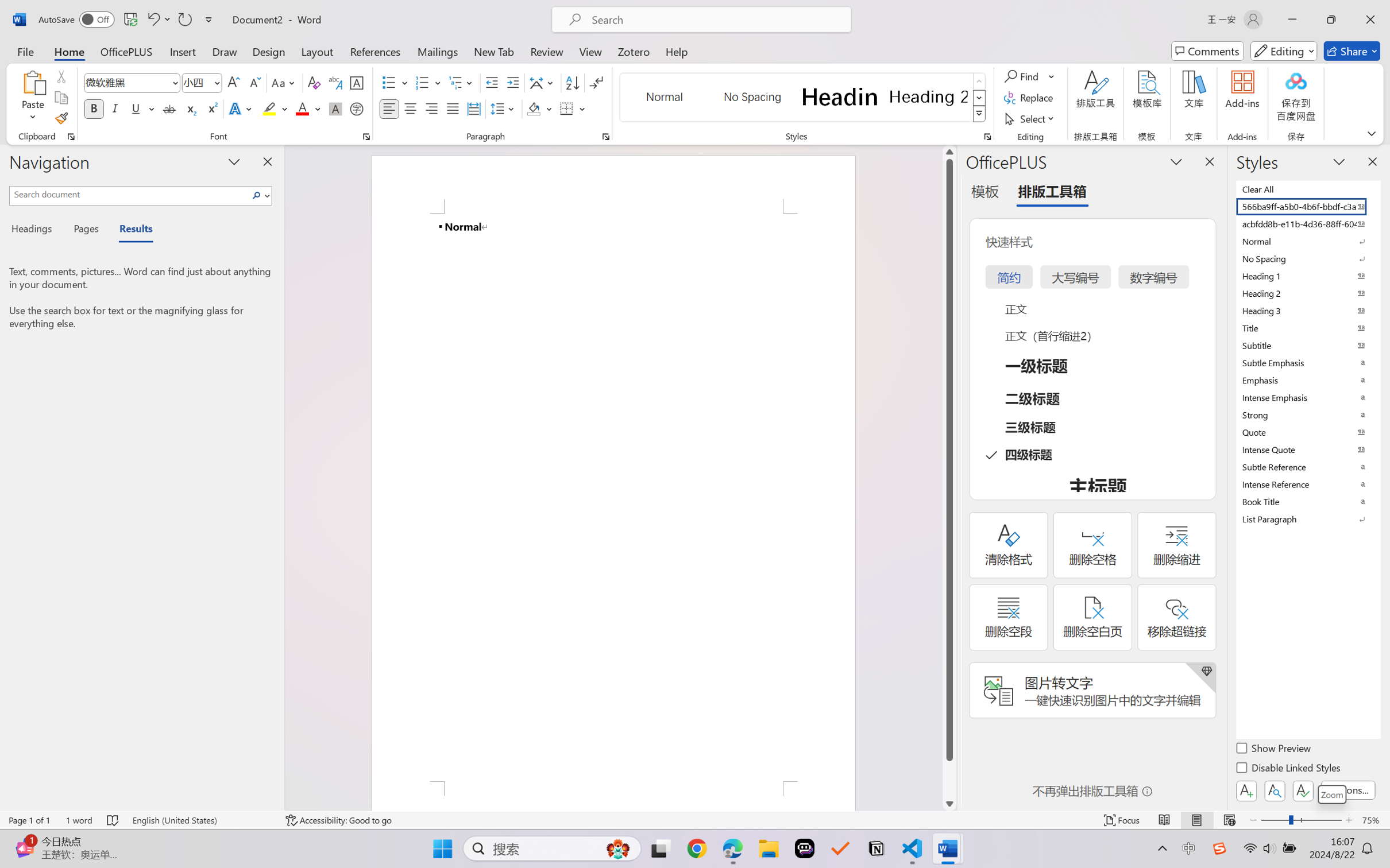 This screenshot has height=868, width=1390. I want to click on 'Review', so click(546, 51).